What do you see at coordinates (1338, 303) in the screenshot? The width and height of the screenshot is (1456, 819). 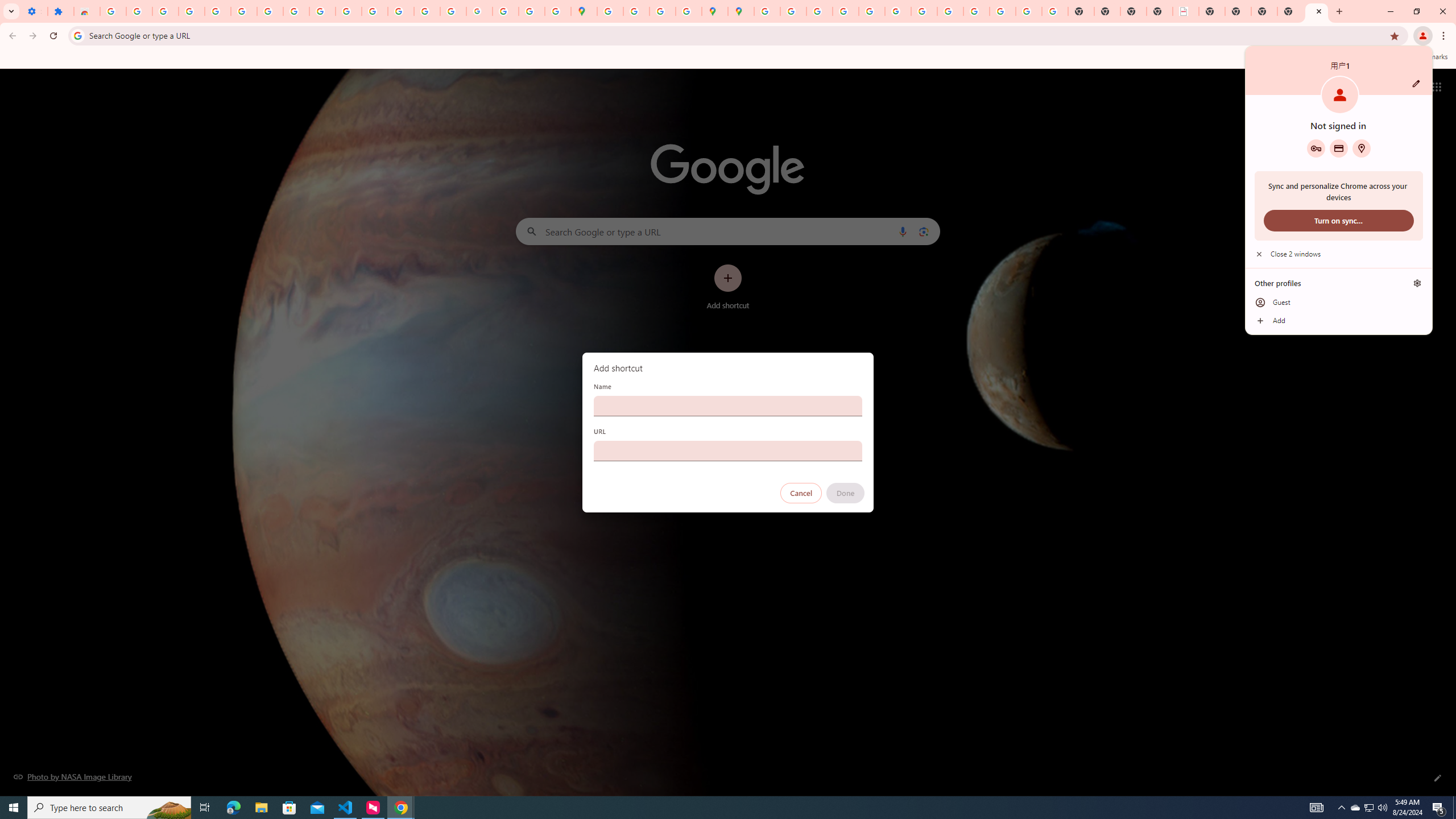 I see `'Guest'` at bounding box center [1338, 303].